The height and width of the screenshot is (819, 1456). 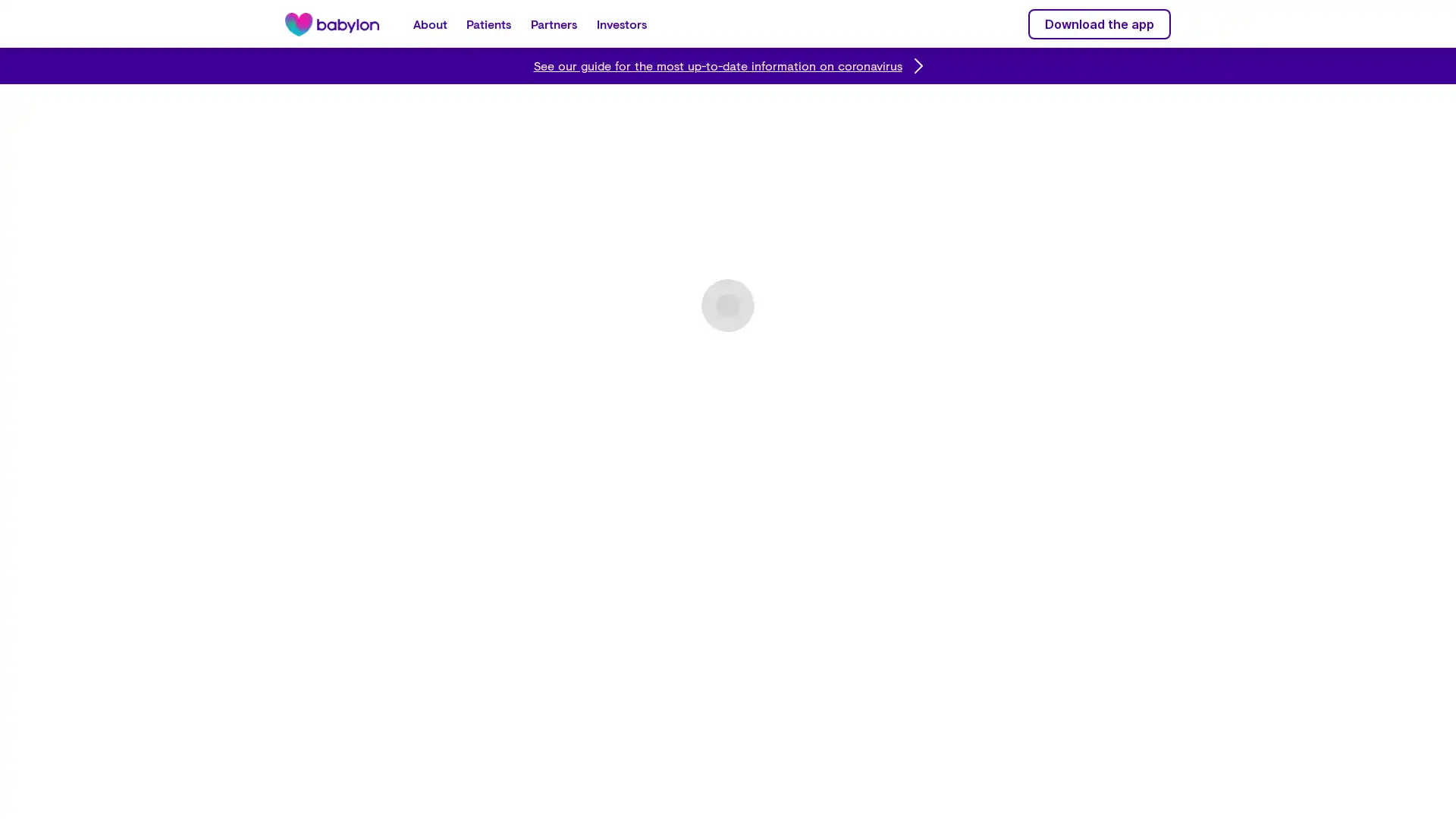 I want to click on Accept Cookies, so click(x=1225, y=786).